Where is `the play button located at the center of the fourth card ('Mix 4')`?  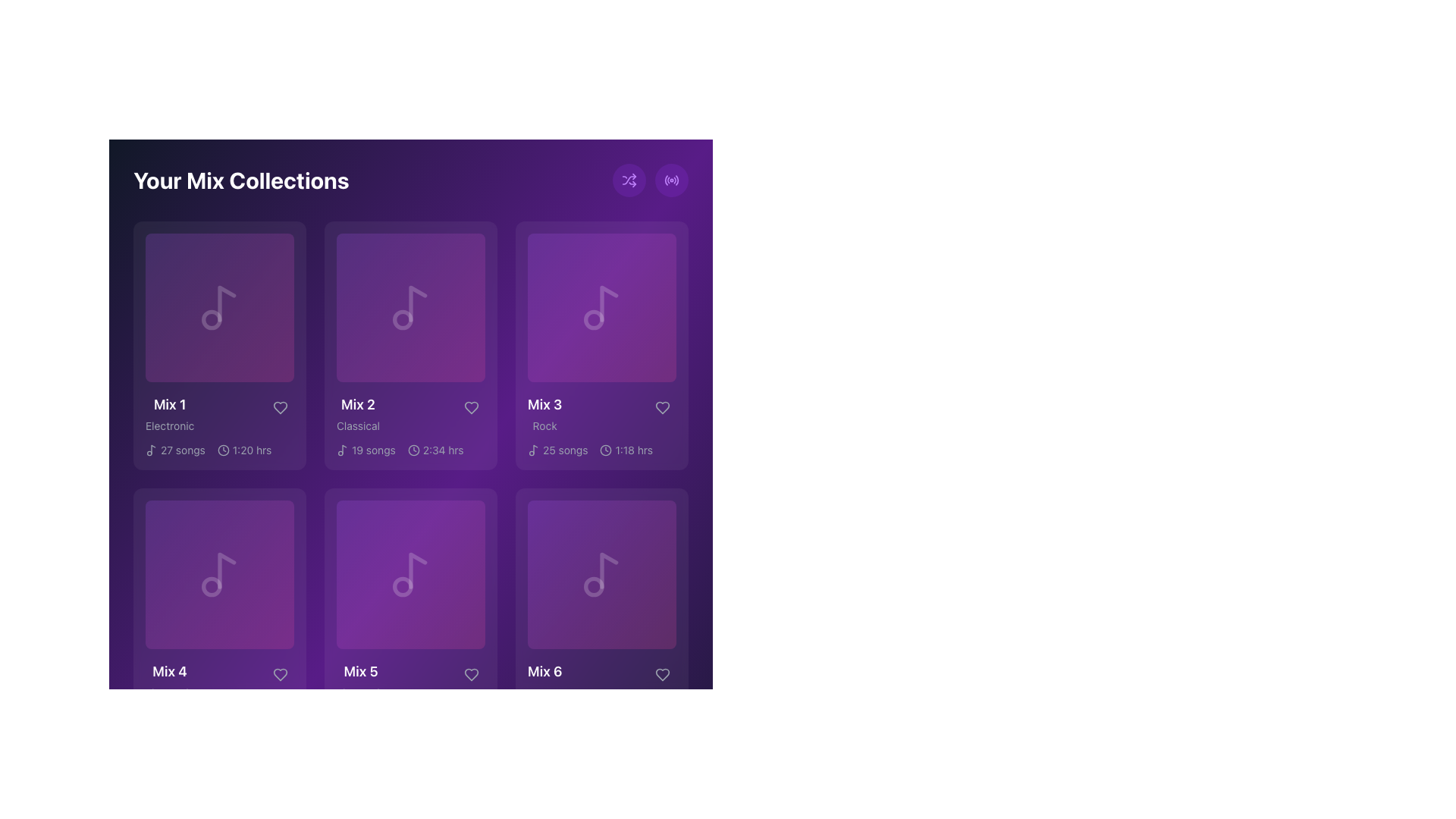 the play button located at the center of the fourth card ('Mix 4') is located at coordinates (218, 575).